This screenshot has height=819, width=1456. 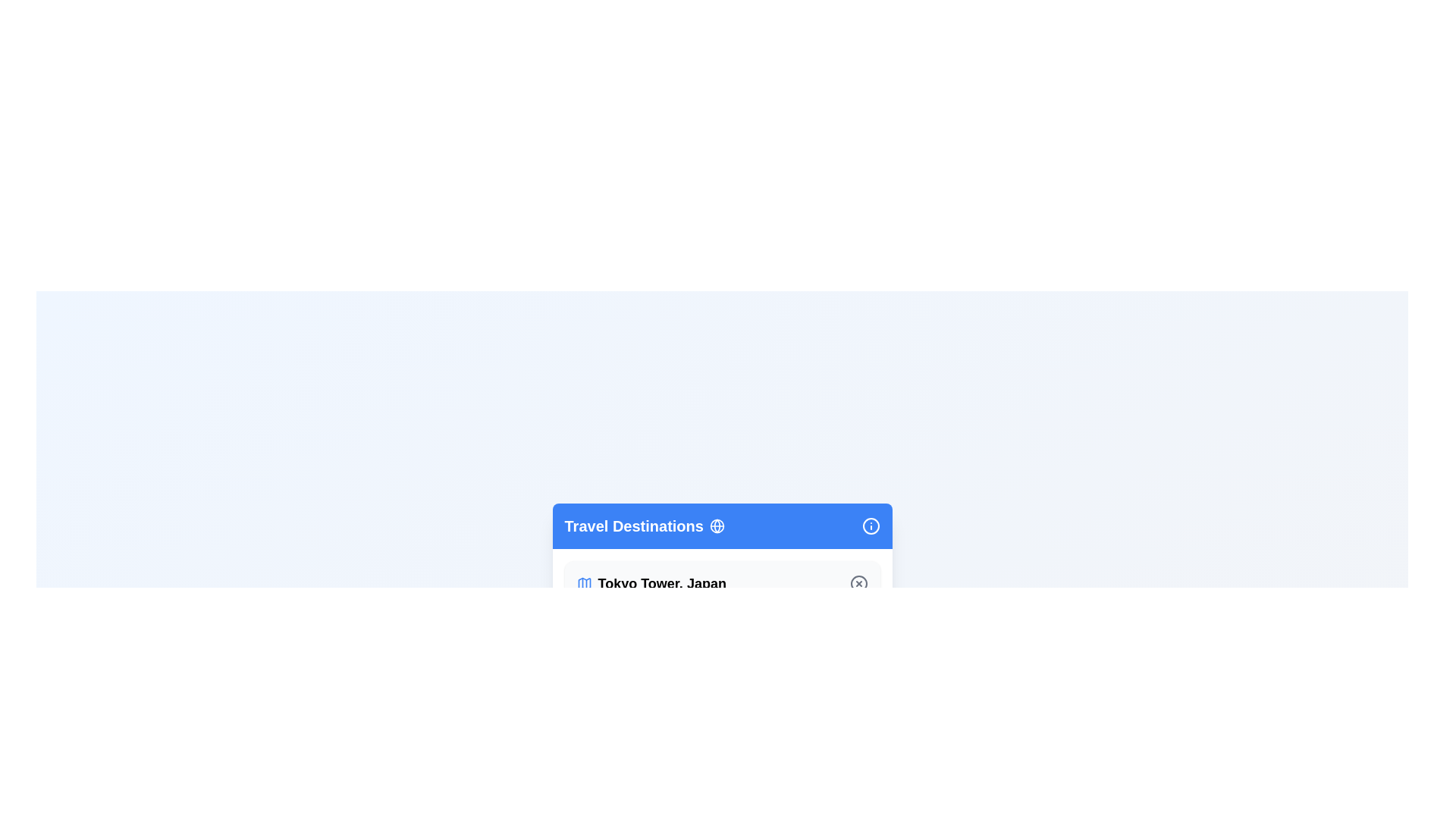 What do you see at coordinates (662, 583) in the screenshot?
I see `static text label that displays the name 'Tokyo Tower, Japan', which is positioned to the right of a blue location icon and to the left of an interactive button` at bounding box center [662, 583].